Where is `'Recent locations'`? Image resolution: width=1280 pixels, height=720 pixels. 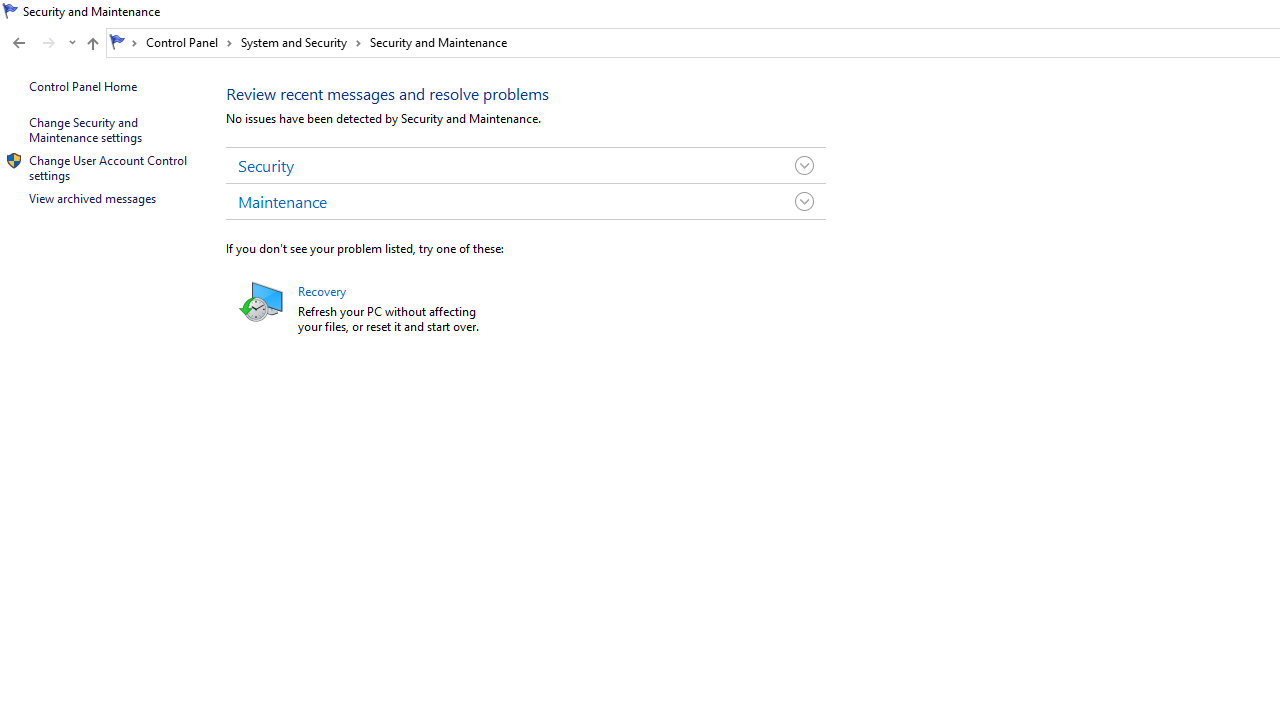 'Recent locations' is located at coordinates (71, 43).